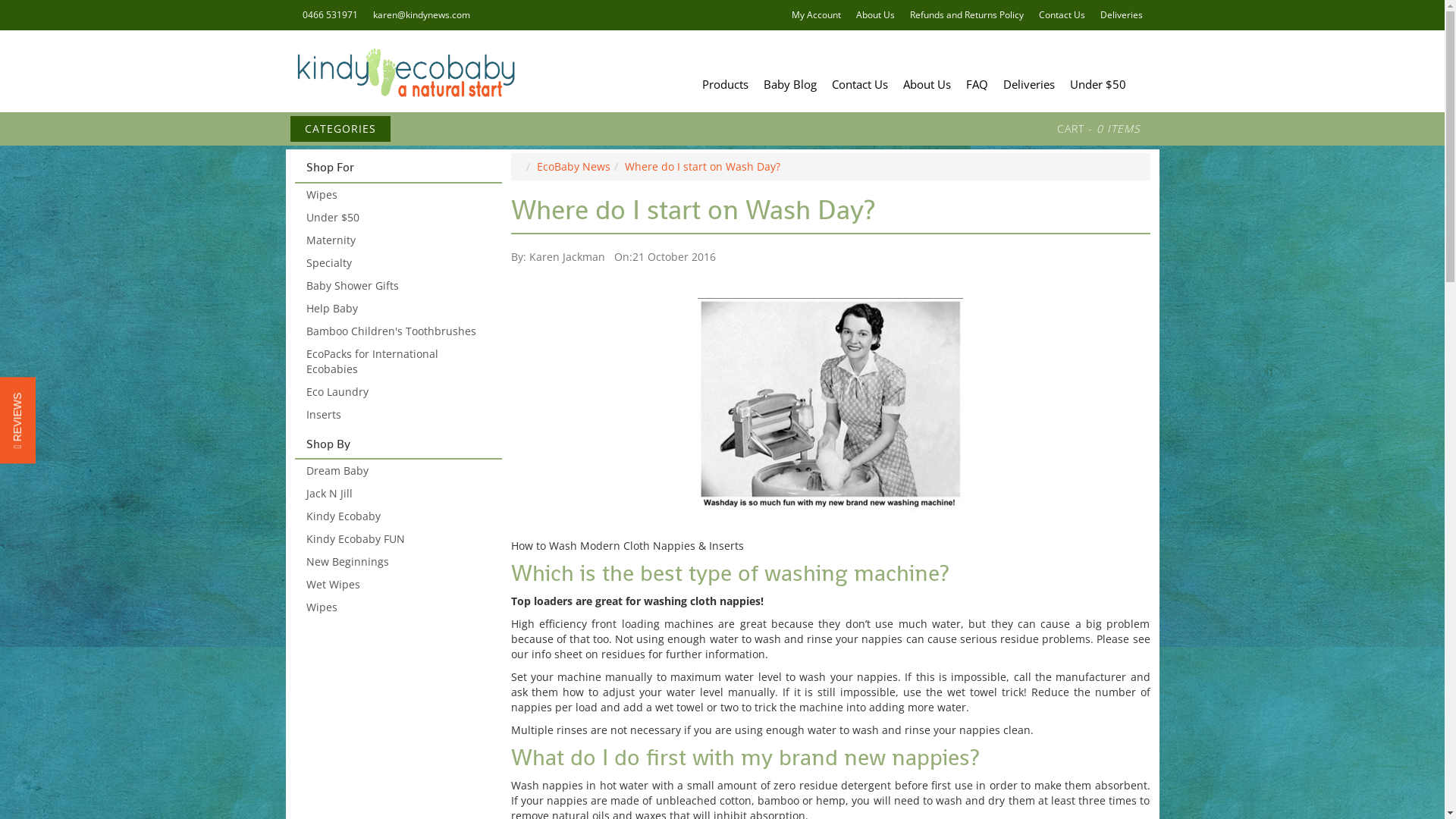  I want to click on 'EcoPacks for International Ecobabies', so click(397, 362).